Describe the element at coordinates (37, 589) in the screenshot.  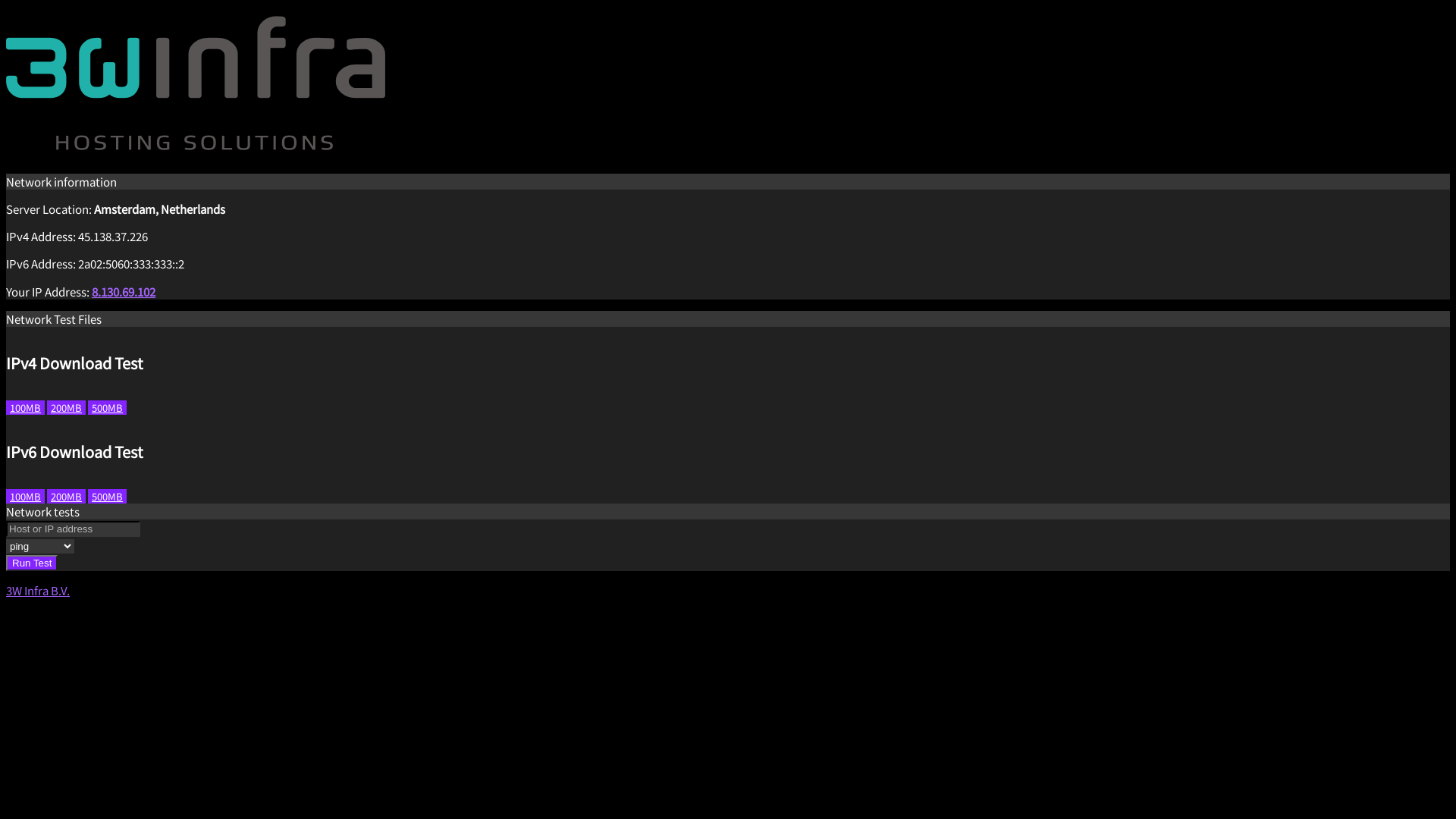
I see `'3W Infra B.V.'` at that location.